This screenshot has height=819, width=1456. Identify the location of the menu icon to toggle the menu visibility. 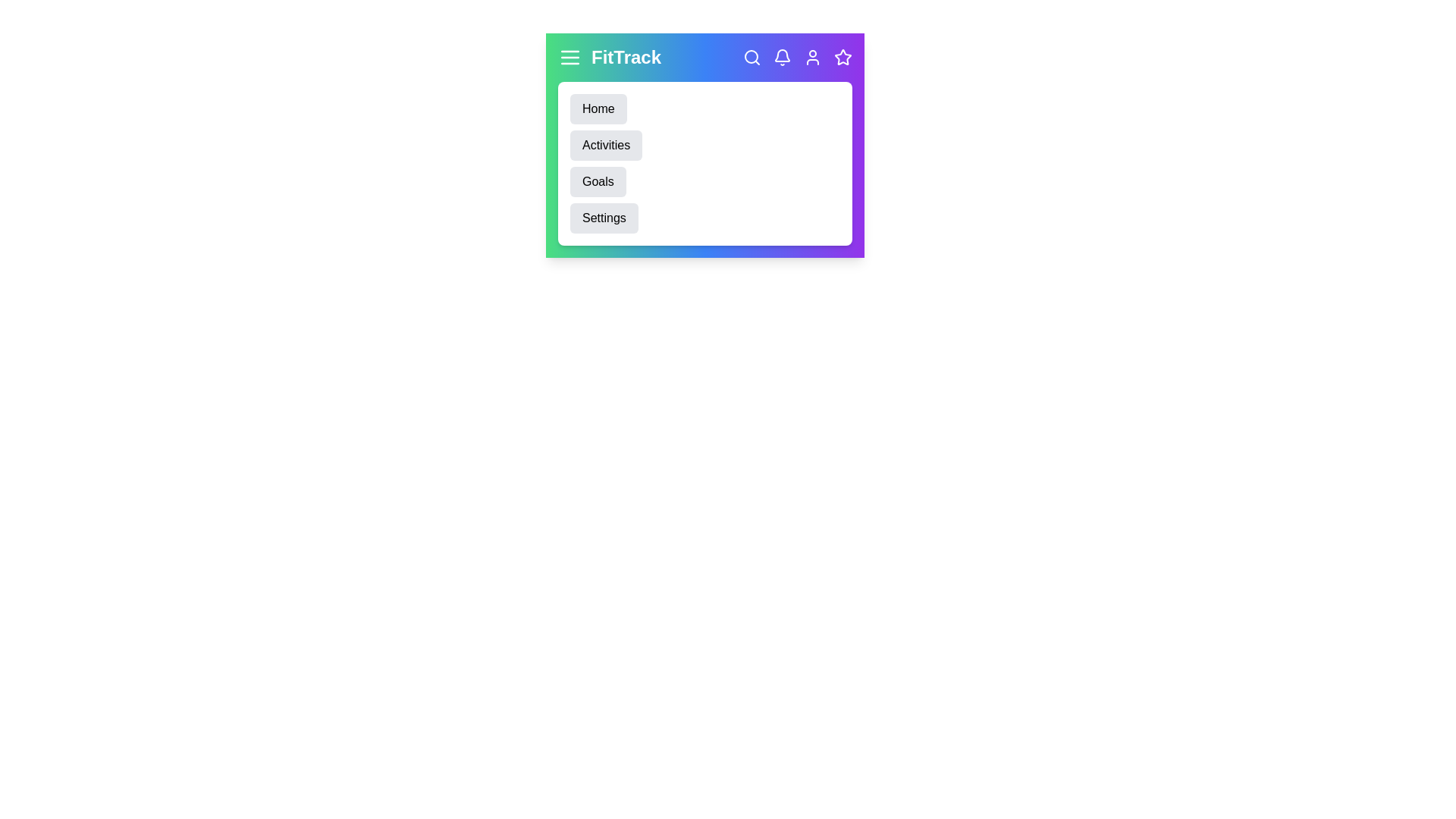
(570, 57).